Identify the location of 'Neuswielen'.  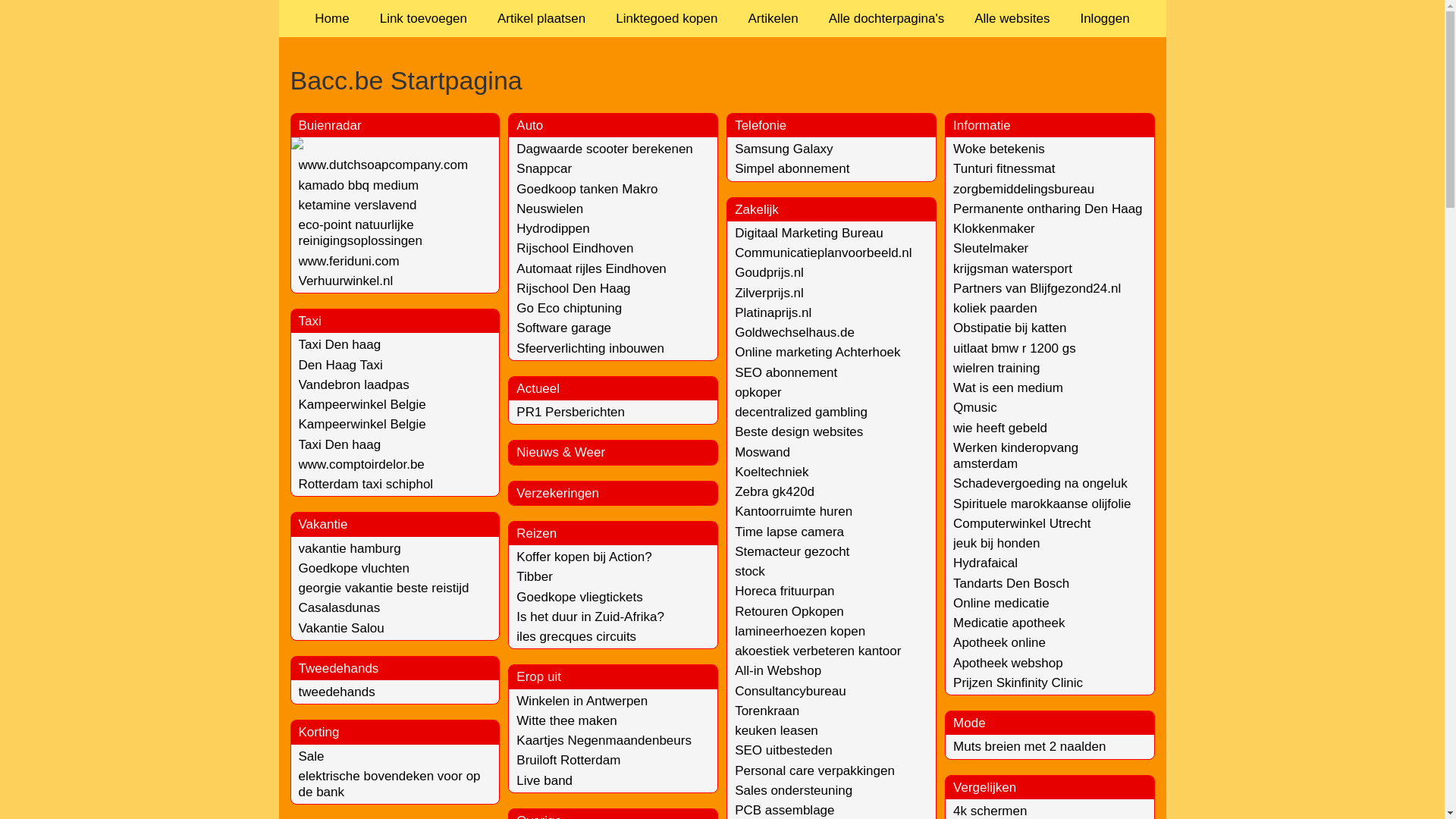
(548, 209).